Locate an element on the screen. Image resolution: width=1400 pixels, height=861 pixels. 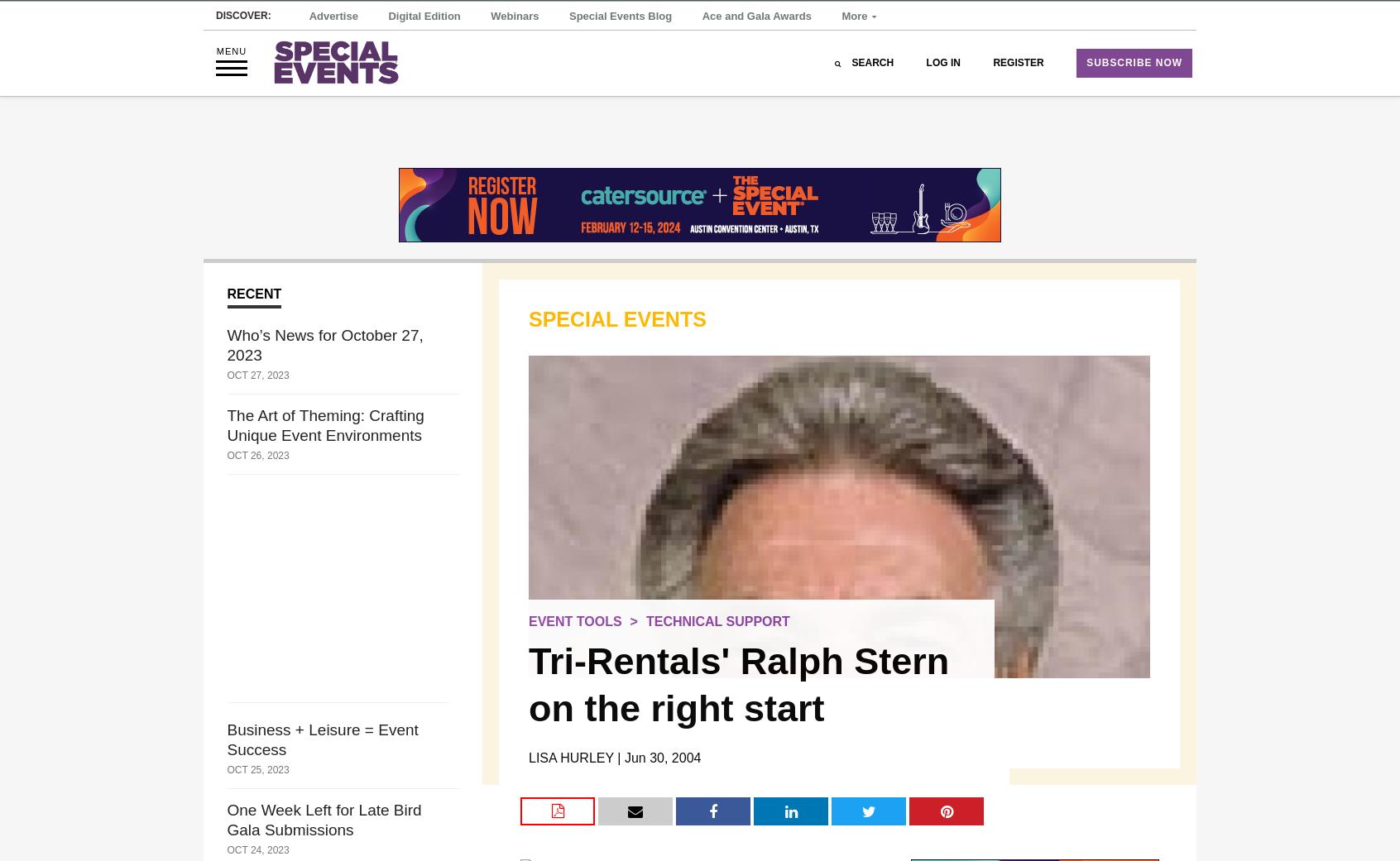
'Log In' is located at coordinates (942, 98).